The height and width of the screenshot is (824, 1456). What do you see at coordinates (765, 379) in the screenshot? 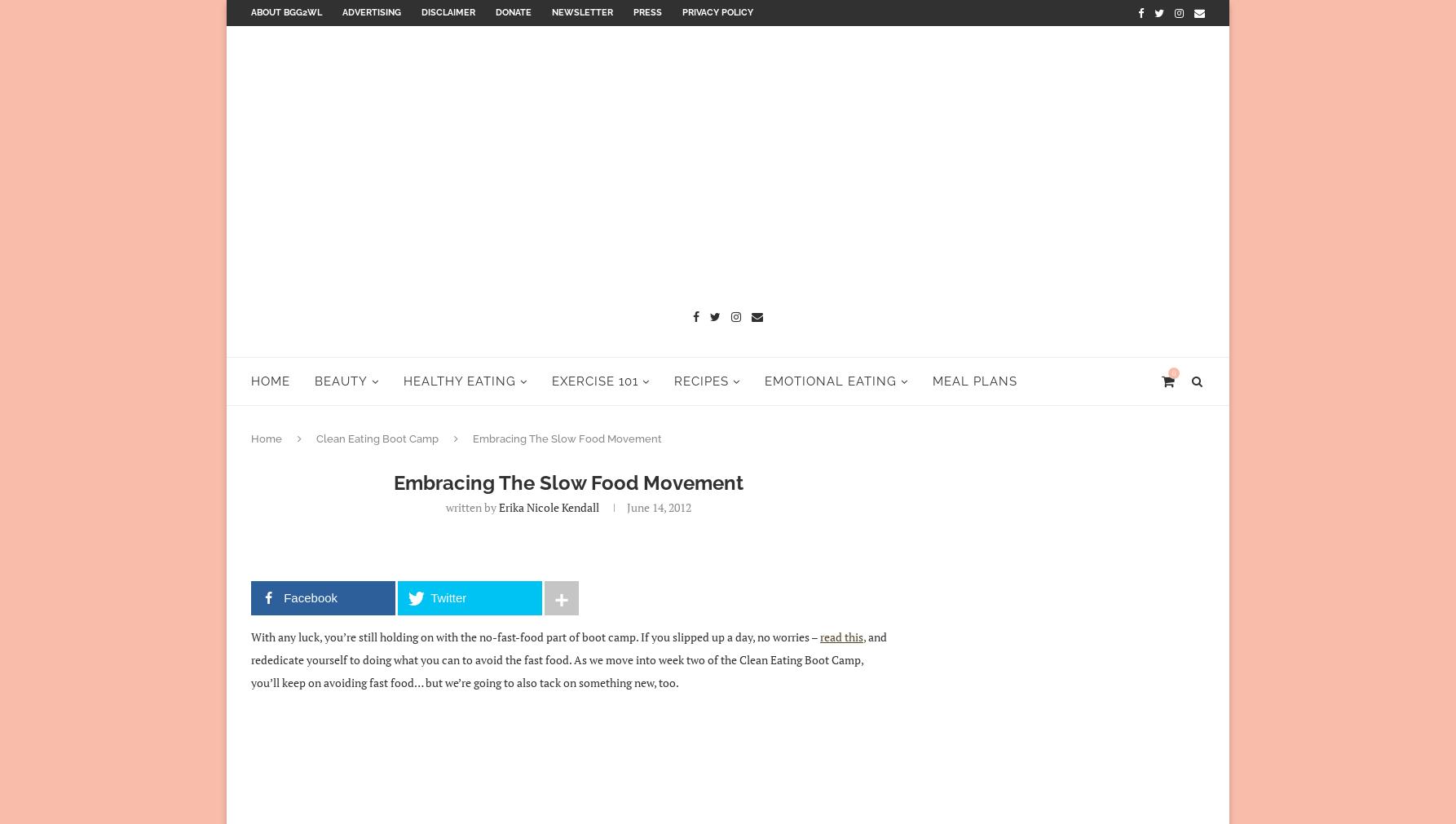
I see `'Emotional Eating'` at bounding box center [765, 379].